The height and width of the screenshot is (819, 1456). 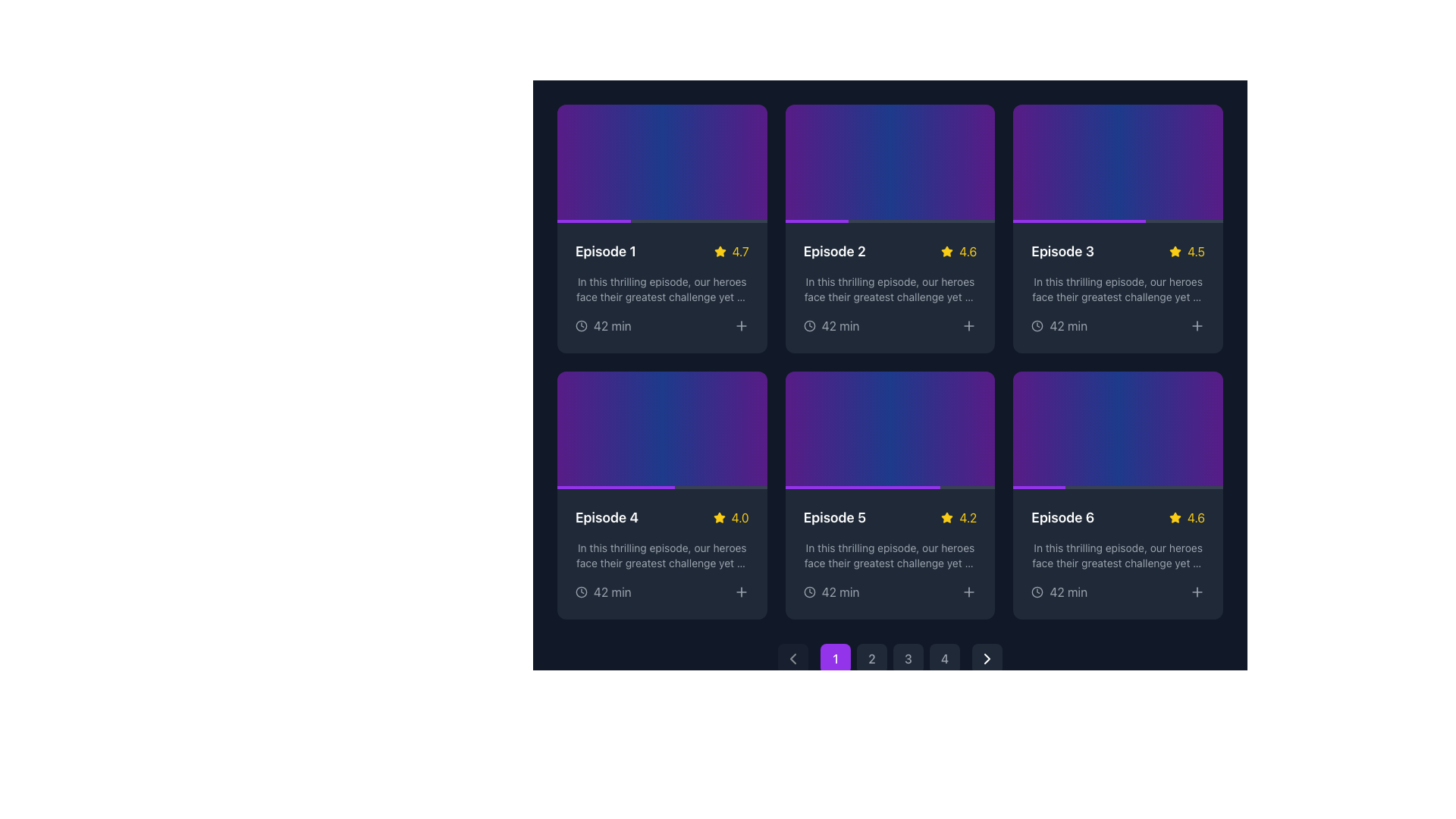 What do you see at coordinates (1037, 325) in the screenshot?
I see `the circular decorative shape within the SVG icon located in the bottom-left corner of the card for Episode 3 by performing a mouse click to interact with nearby elements` at bounding box center [1037, 325].